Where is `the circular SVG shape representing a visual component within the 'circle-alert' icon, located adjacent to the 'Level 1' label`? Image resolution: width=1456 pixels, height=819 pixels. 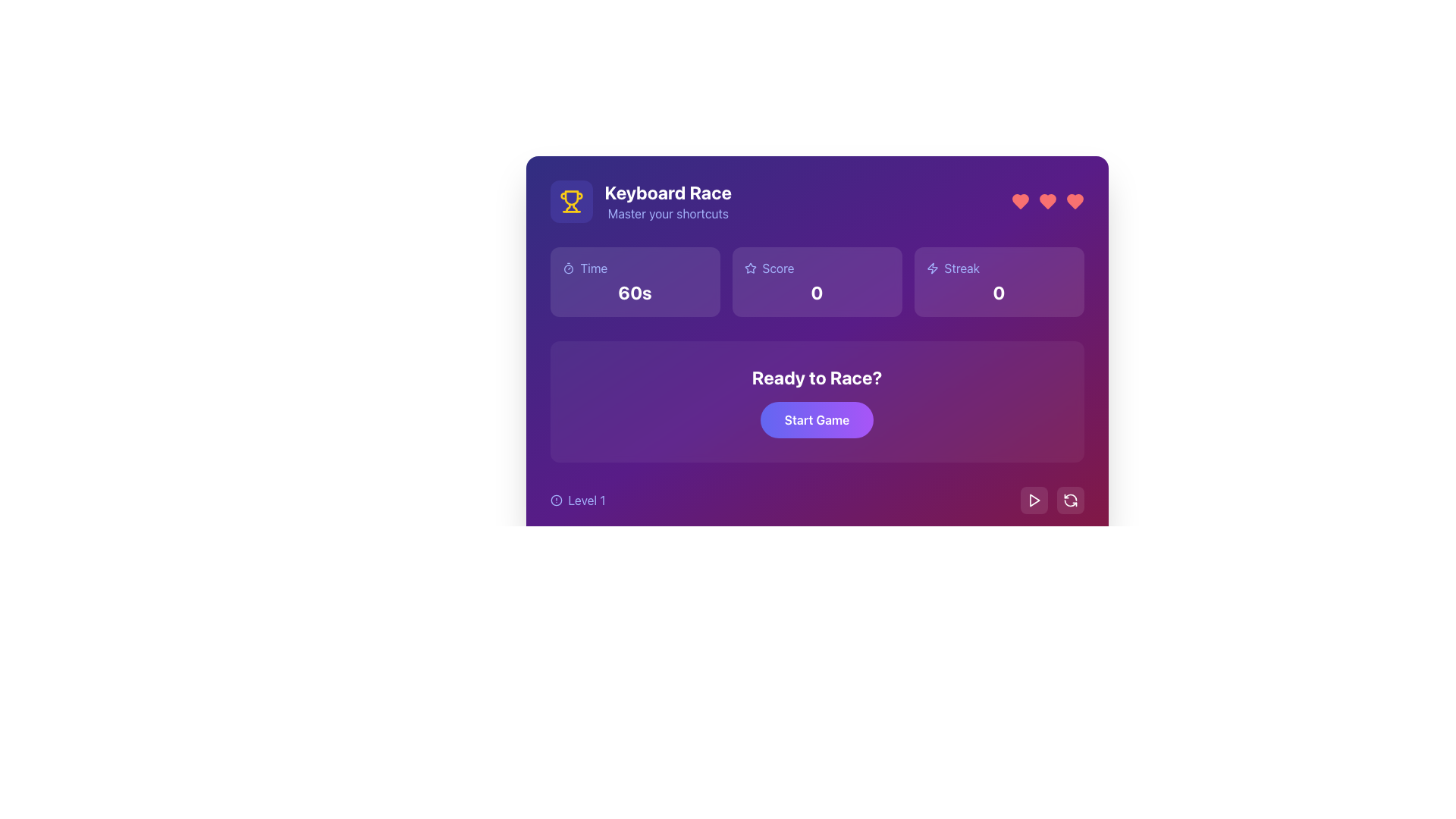 the circular SVG shape representing a visual component within the 'circle-alert' icon, located adjacent to the 'Level 1' label is located at coordinates (555, 500).